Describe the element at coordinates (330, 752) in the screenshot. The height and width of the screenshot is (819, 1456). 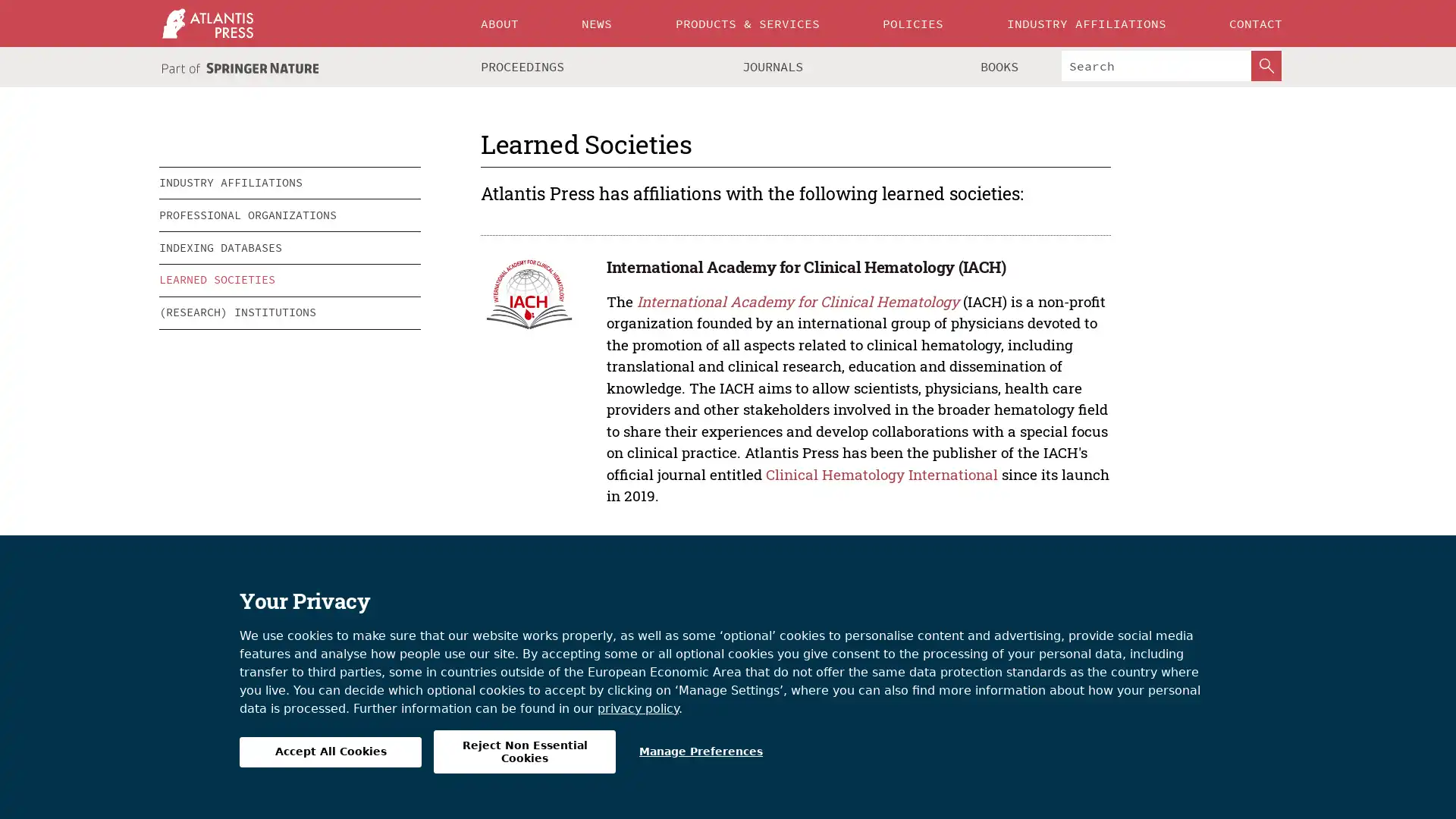
I see `Accept All Cookies` at that location.